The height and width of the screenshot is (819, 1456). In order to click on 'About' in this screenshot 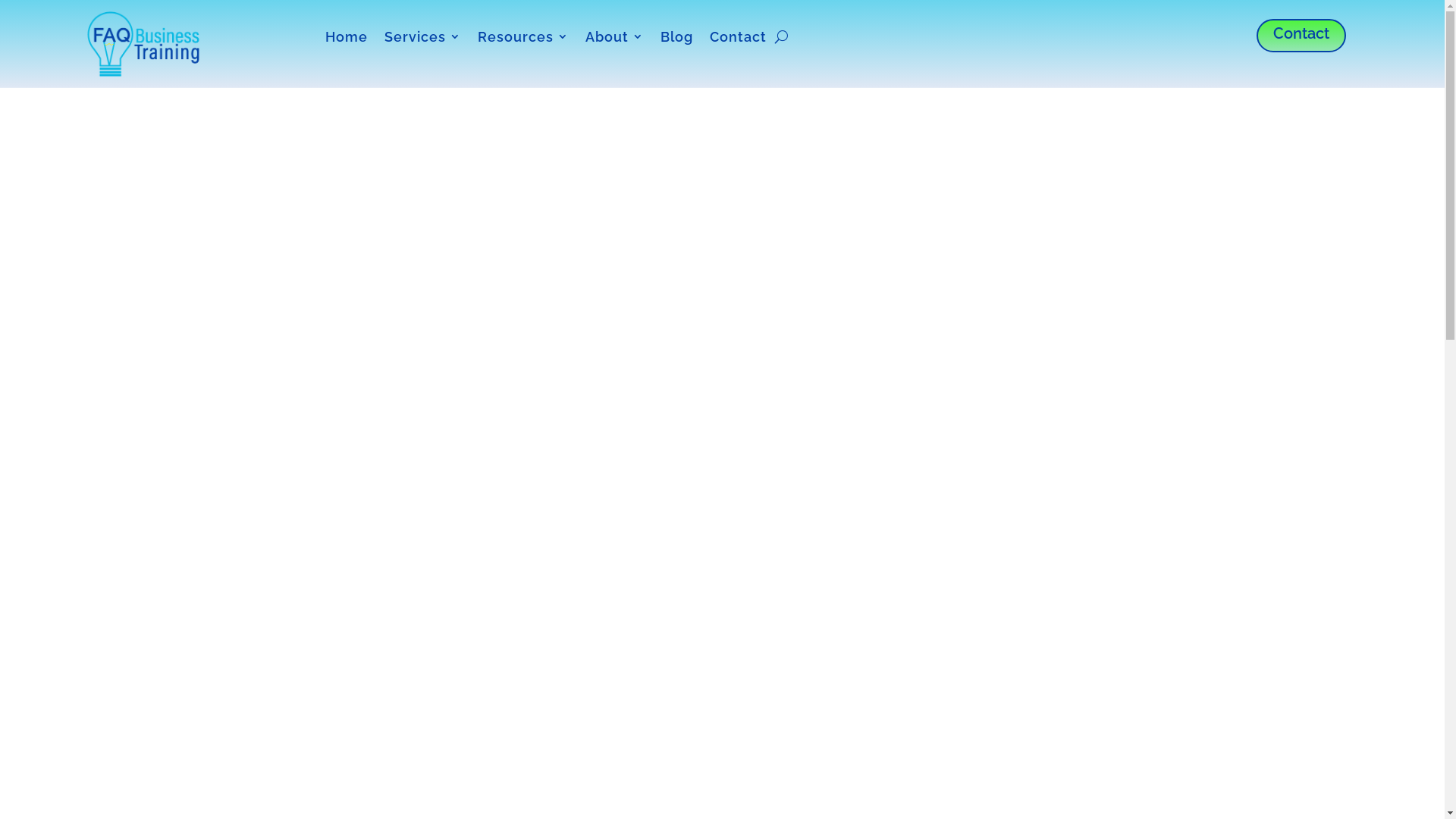, I will do `click(614, 39)`.